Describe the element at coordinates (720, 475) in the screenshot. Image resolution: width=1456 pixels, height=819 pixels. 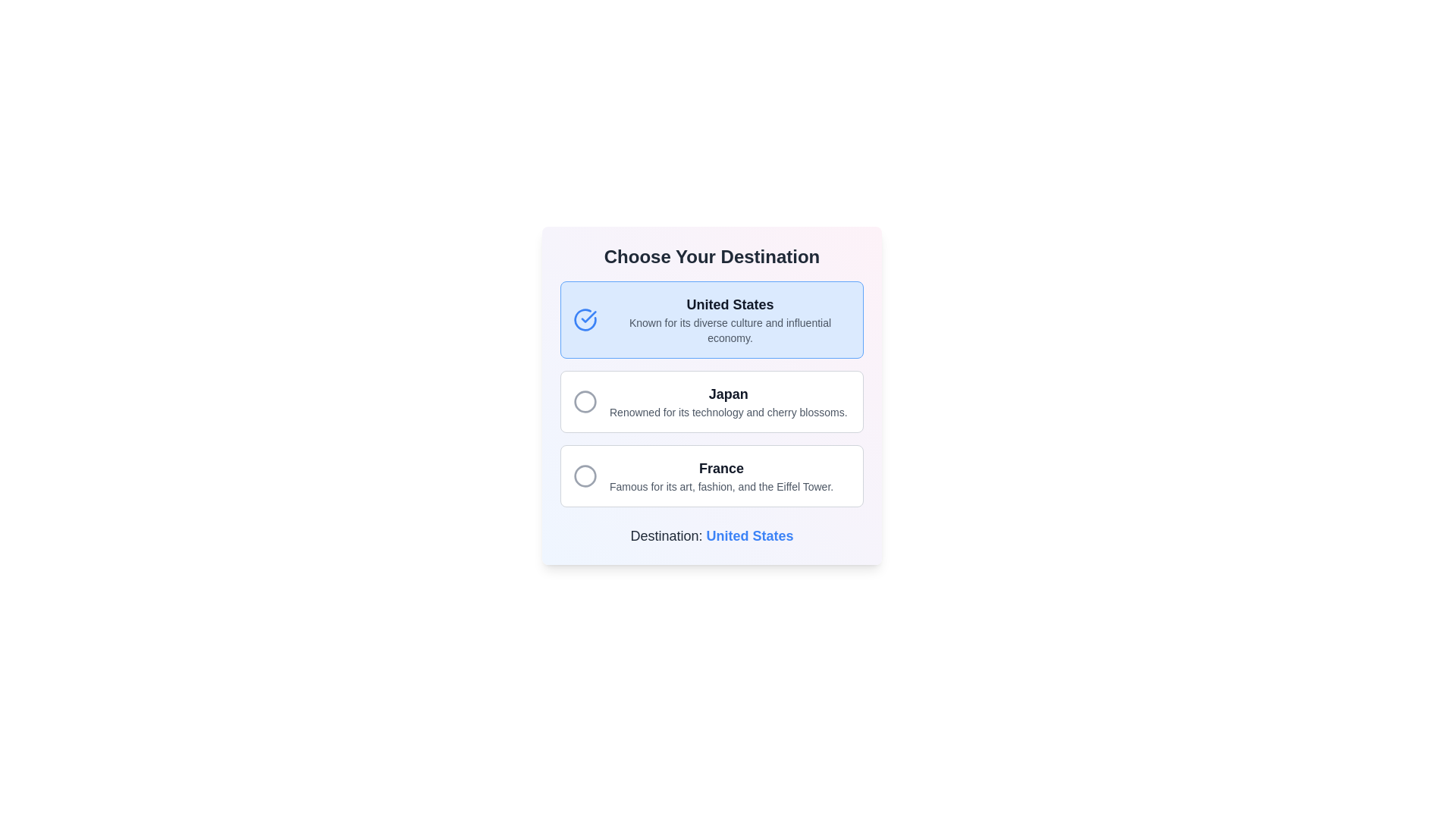
I see `the static text element displaying 'France' within the third option card under 'Choose Your Destination'` at that location.